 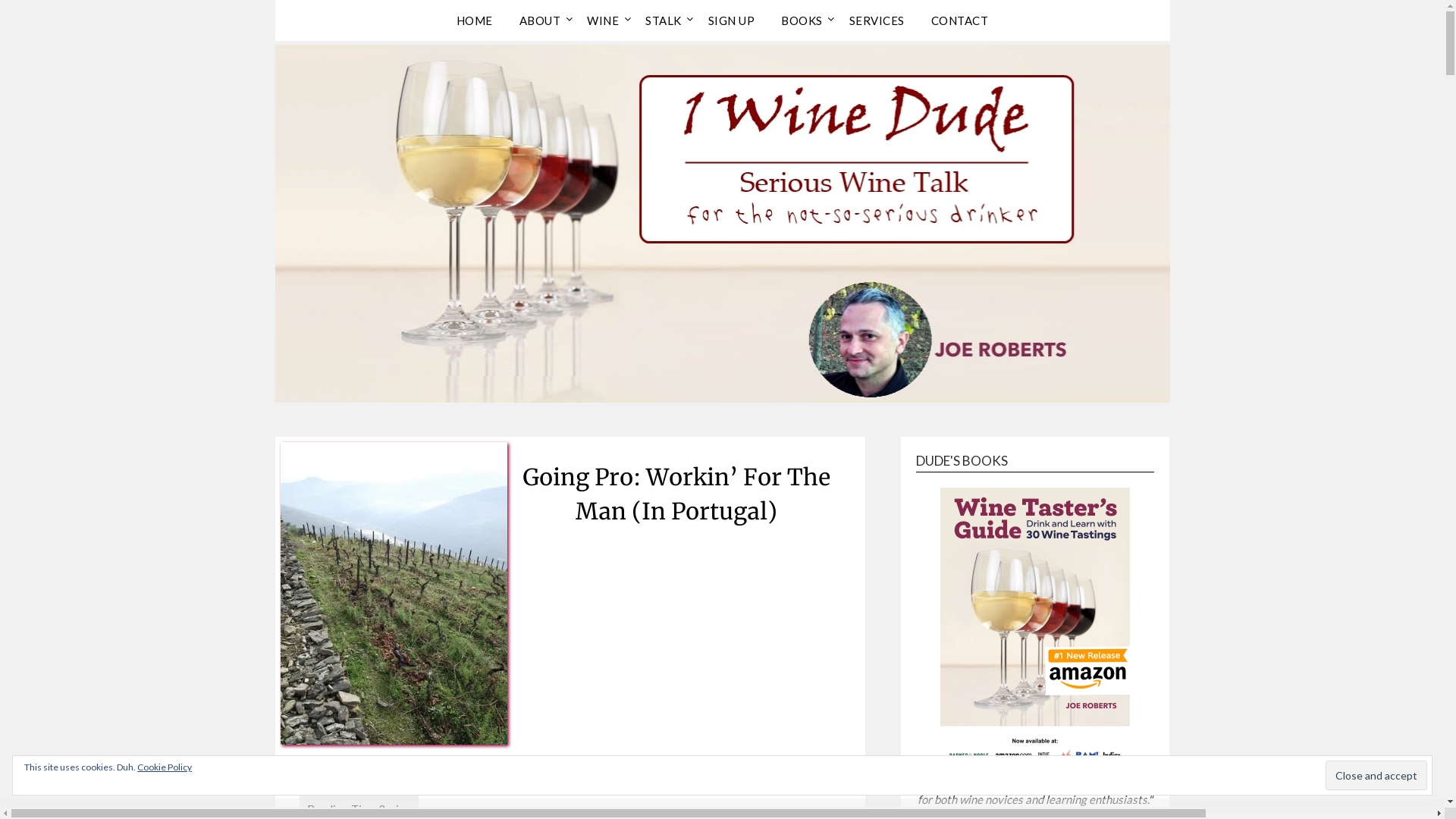 I want to click on 'SERVICES', so click(x=836, y=20).